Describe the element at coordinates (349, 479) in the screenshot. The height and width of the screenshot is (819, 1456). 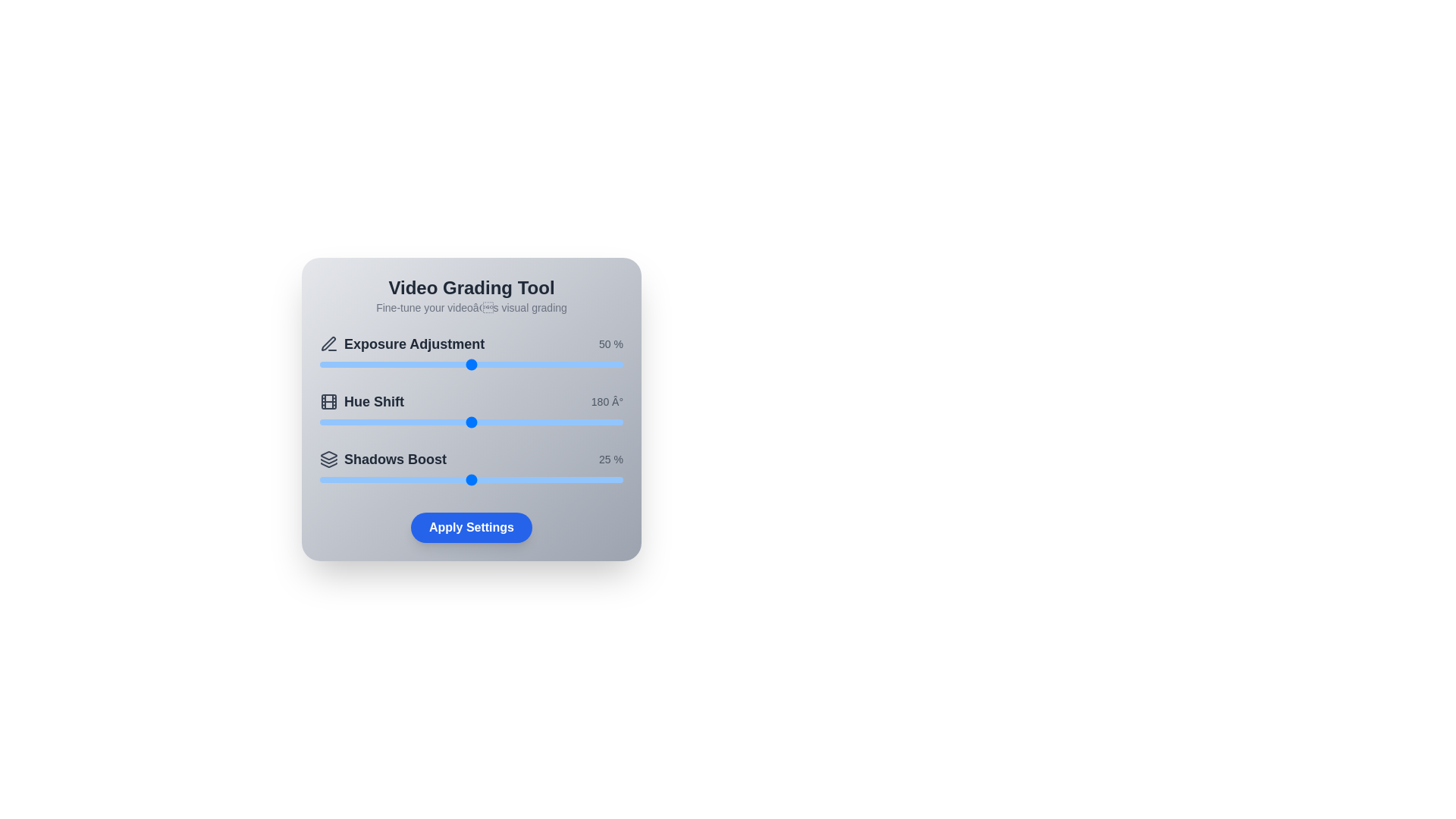
I see `the 'Shadows Boost' slider` at that location.